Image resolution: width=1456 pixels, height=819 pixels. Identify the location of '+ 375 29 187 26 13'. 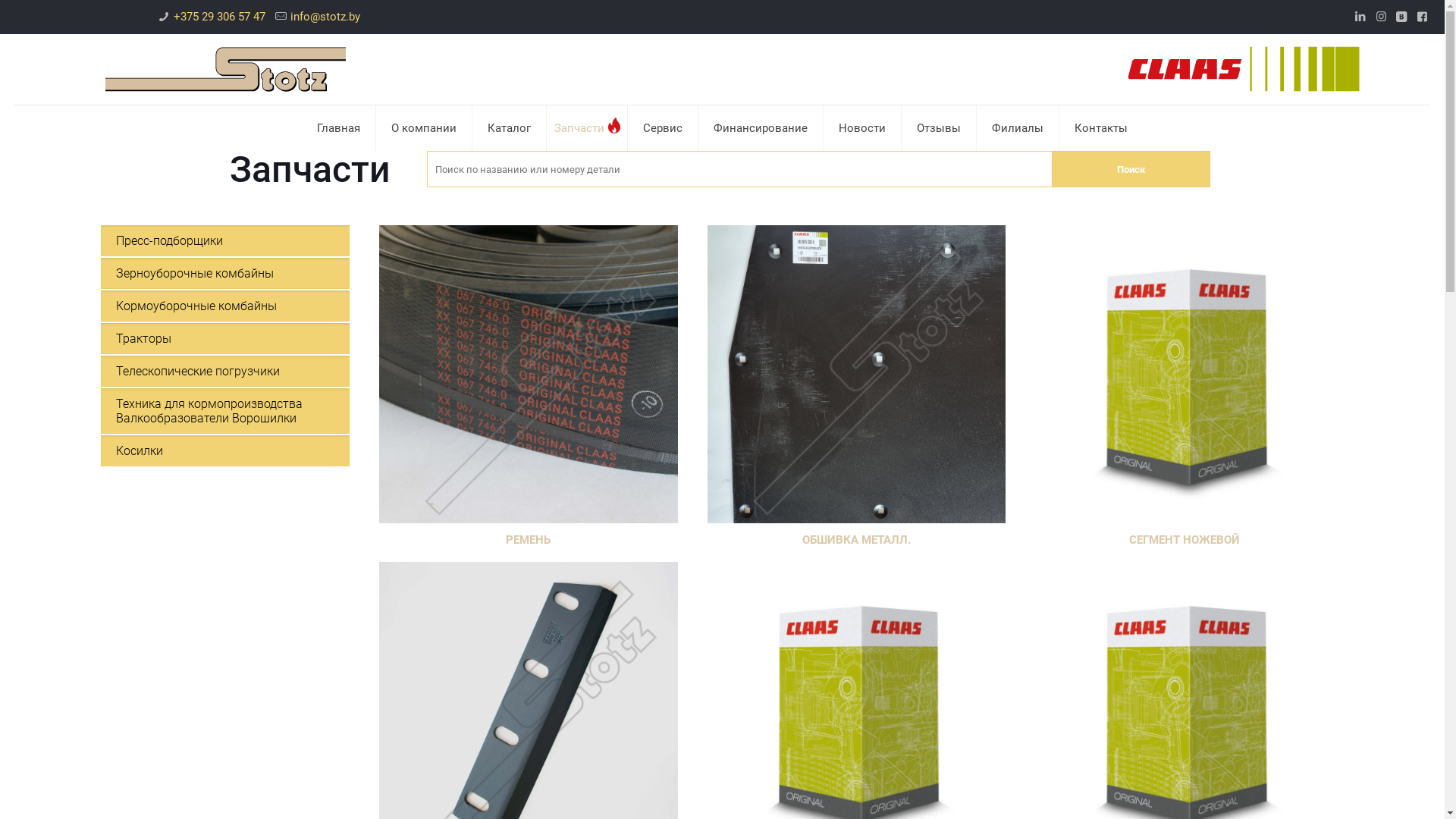
(1002, 644).